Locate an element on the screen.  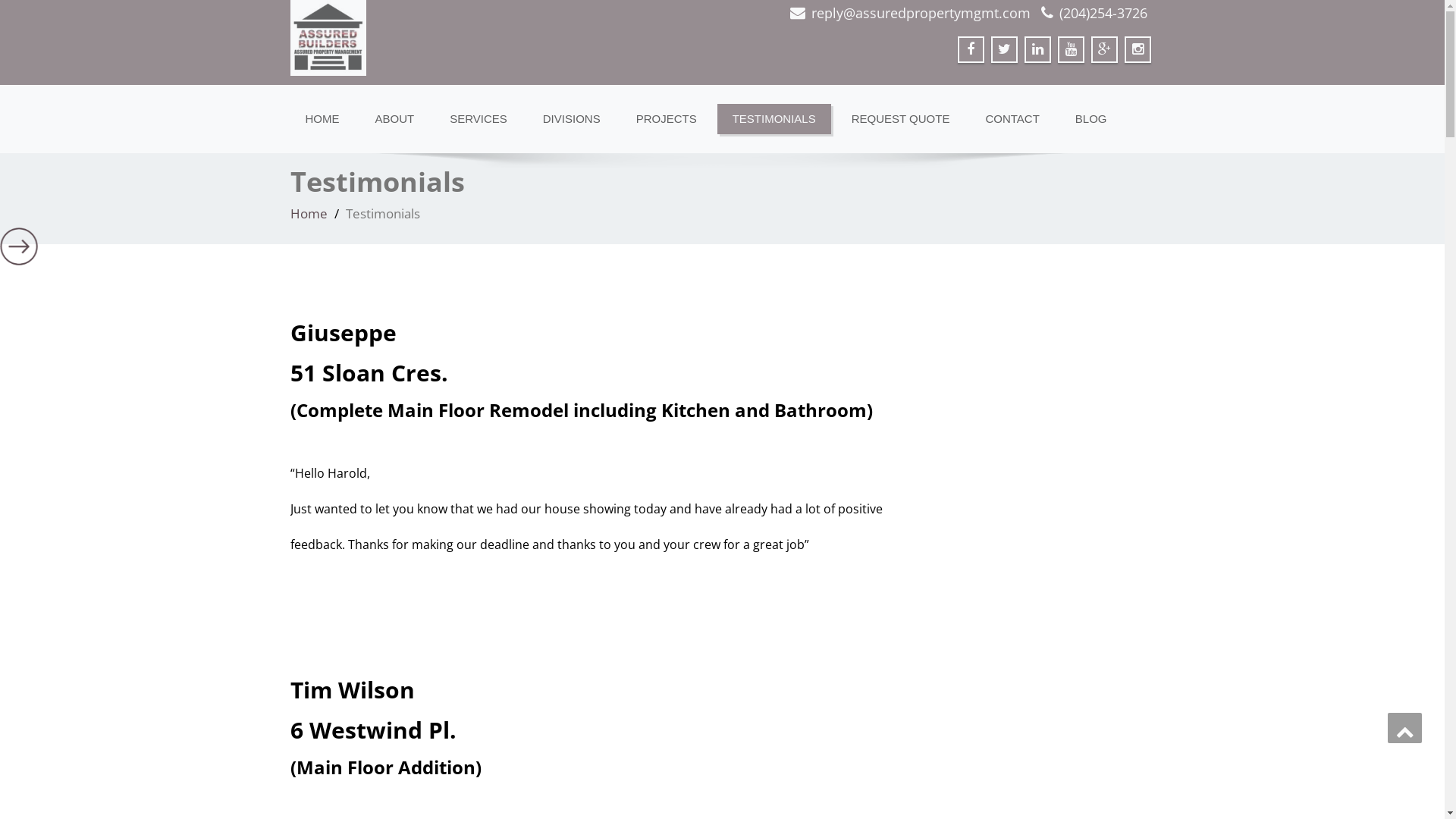
'HOME' is located at coordinates (321, 118).